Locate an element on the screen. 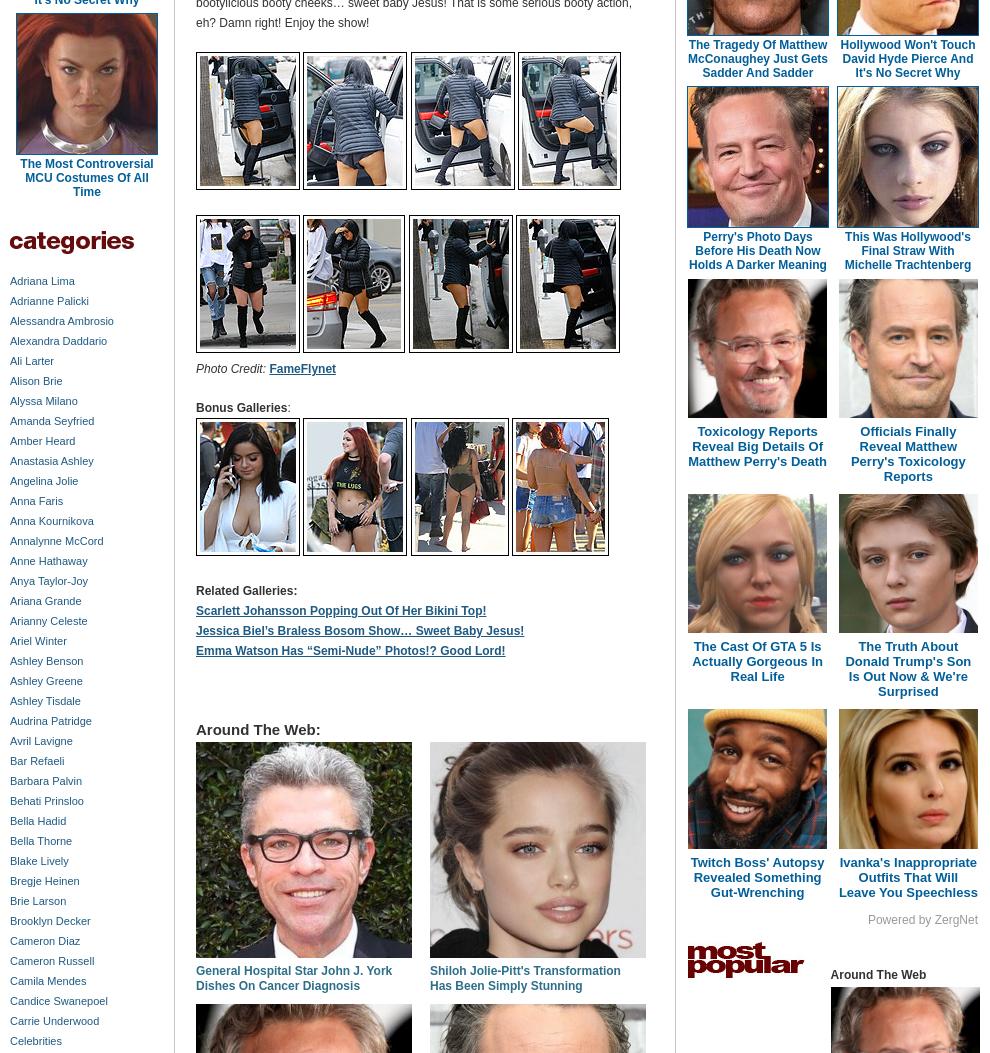 The image size is (990, 1053). 'Alexandra Daddario' is located at coordinates (58, 339).